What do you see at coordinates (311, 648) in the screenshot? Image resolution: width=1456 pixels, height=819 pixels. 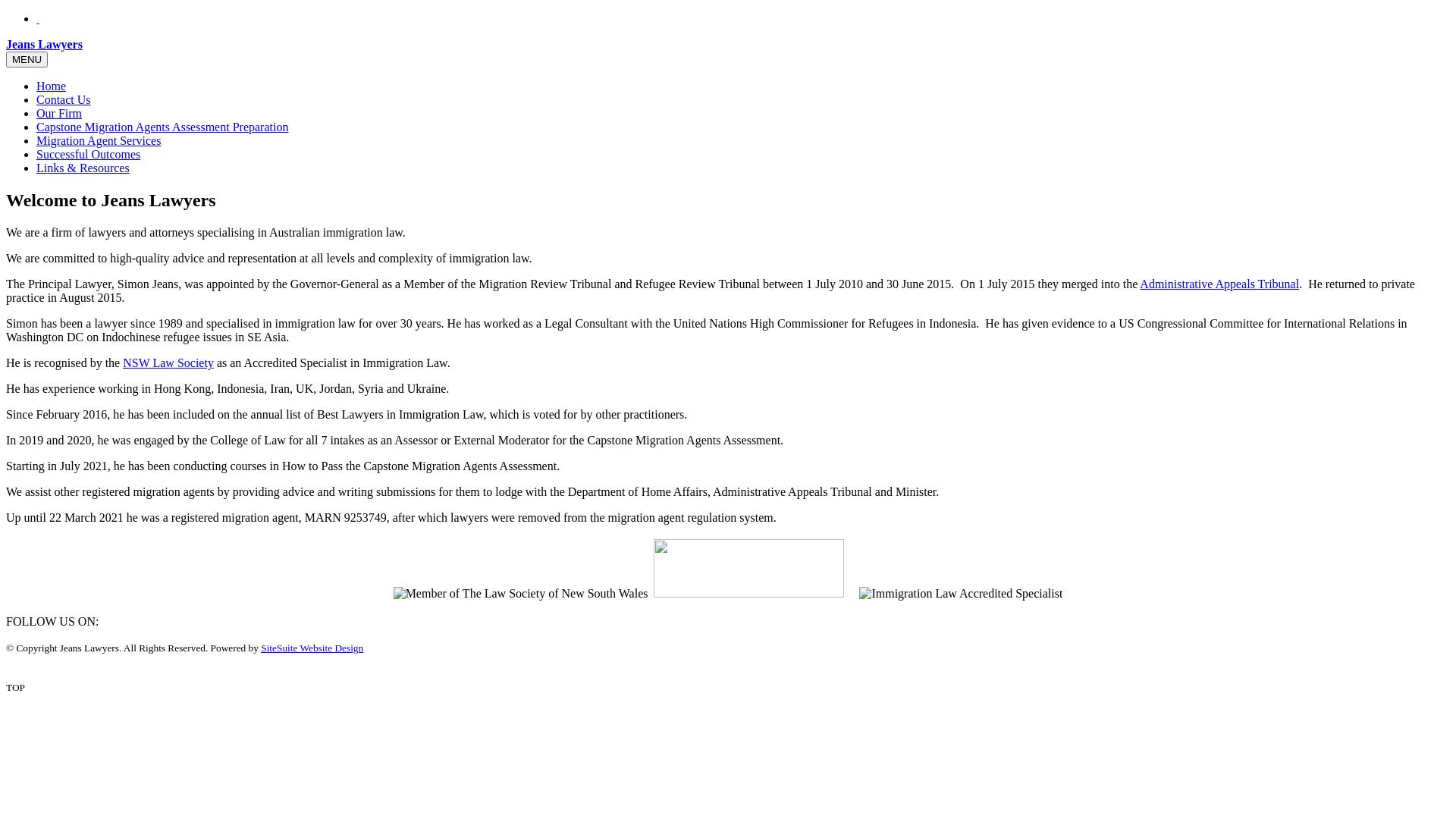 I see `'SiteSuite Website Design'` at bounding box center [311, 648].